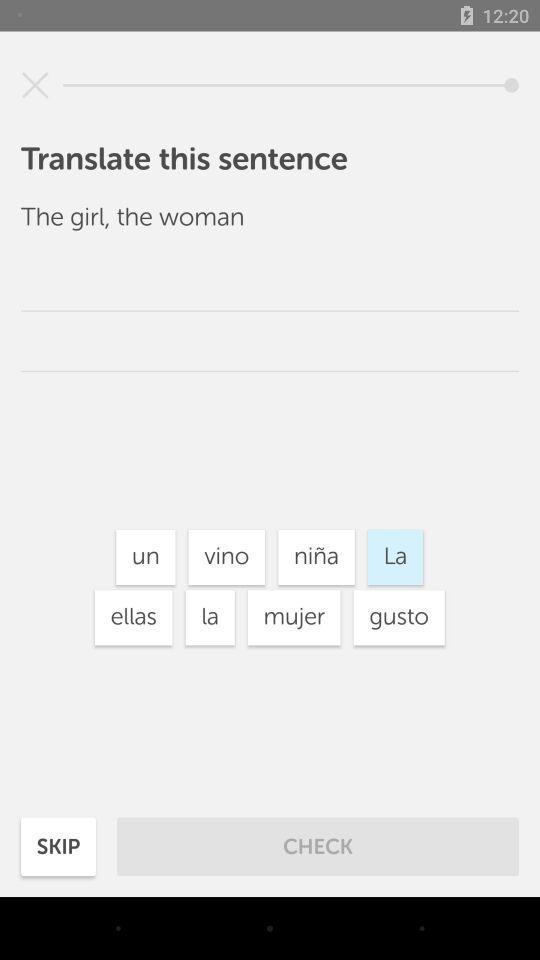 This screenshot has width=540, height=960. Describe the element at coordinates (226, 557) in the screenshot. I see `text which is right to un` at that location.